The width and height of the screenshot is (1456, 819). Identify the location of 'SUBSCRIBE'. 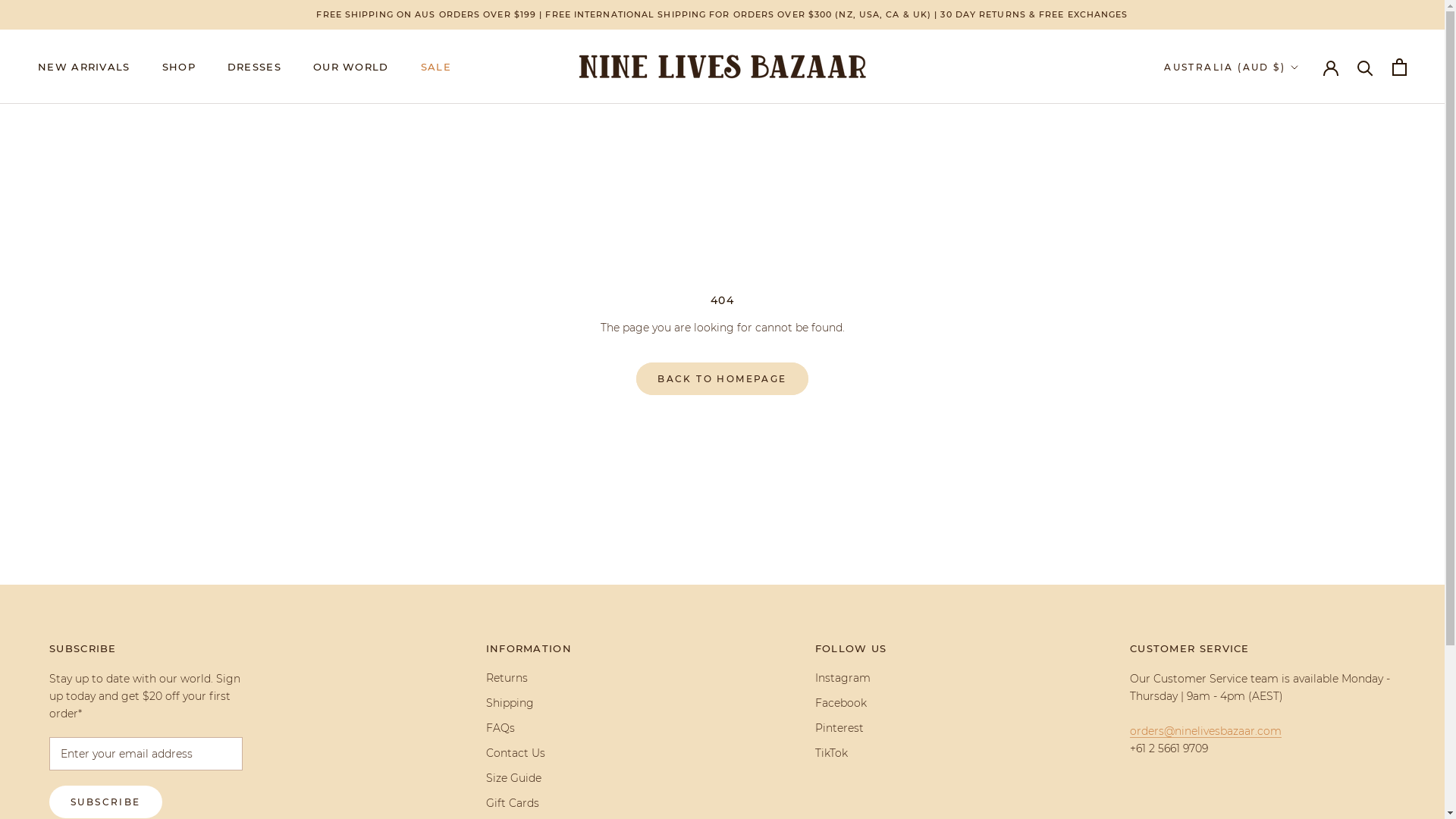
(105, 801).